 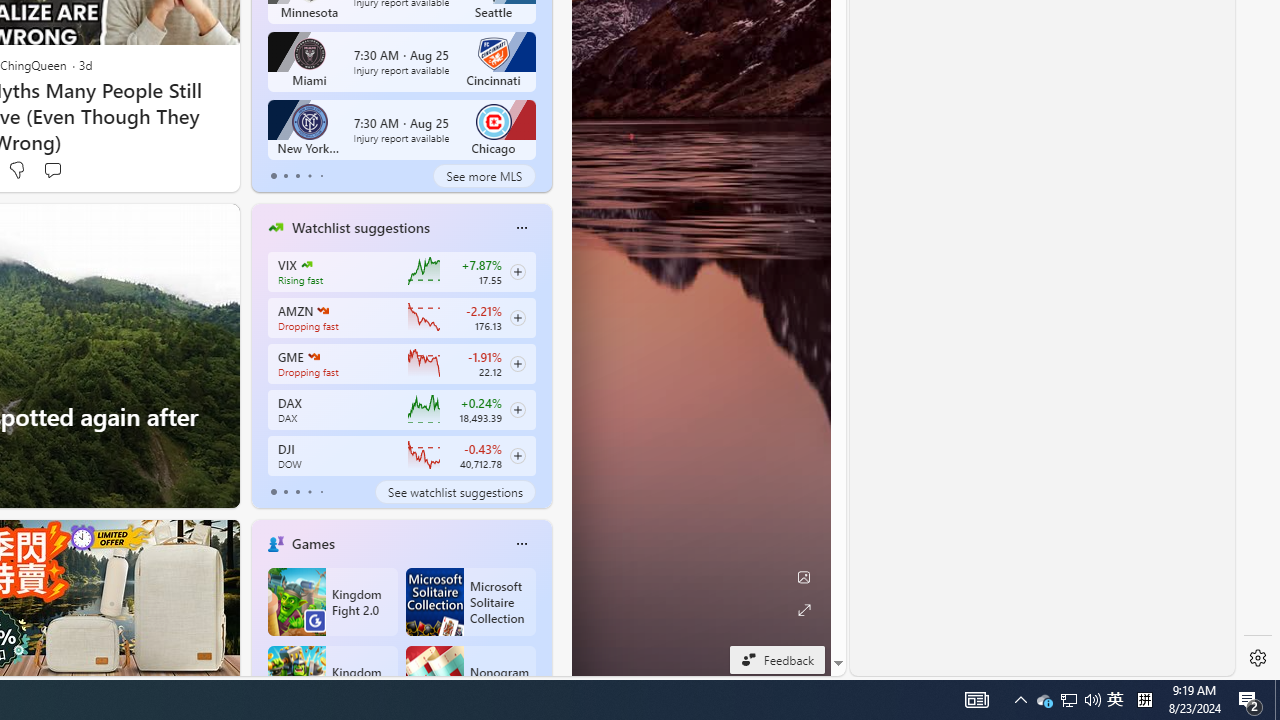 I want to click on 'tab-2', so click(x=296, y=492).